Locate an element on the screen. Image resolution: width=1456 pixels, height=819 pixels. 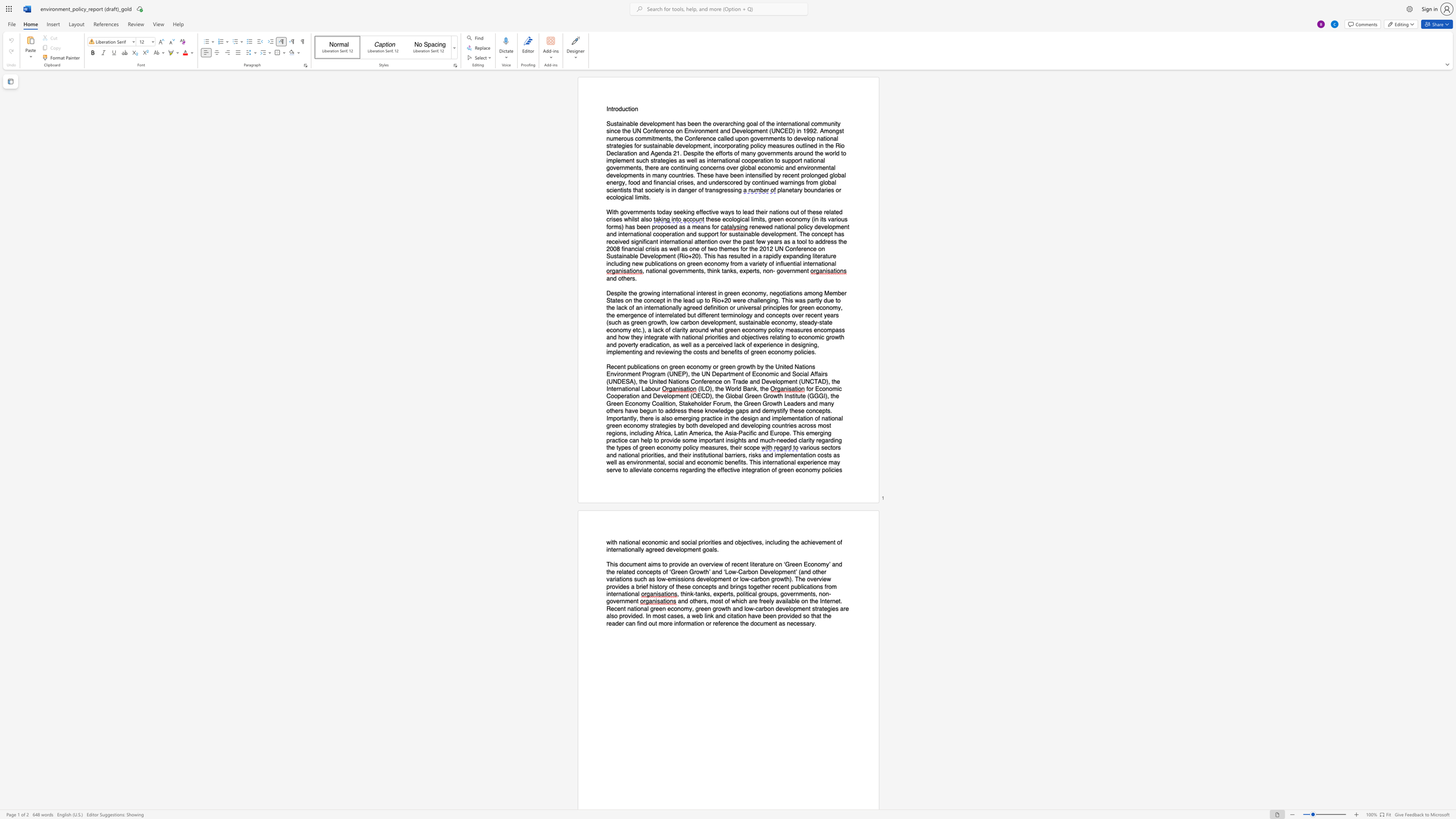
the subset text "), the W" within the text "(ILO), the World Bank, the" is located at coordinates (709, 389).